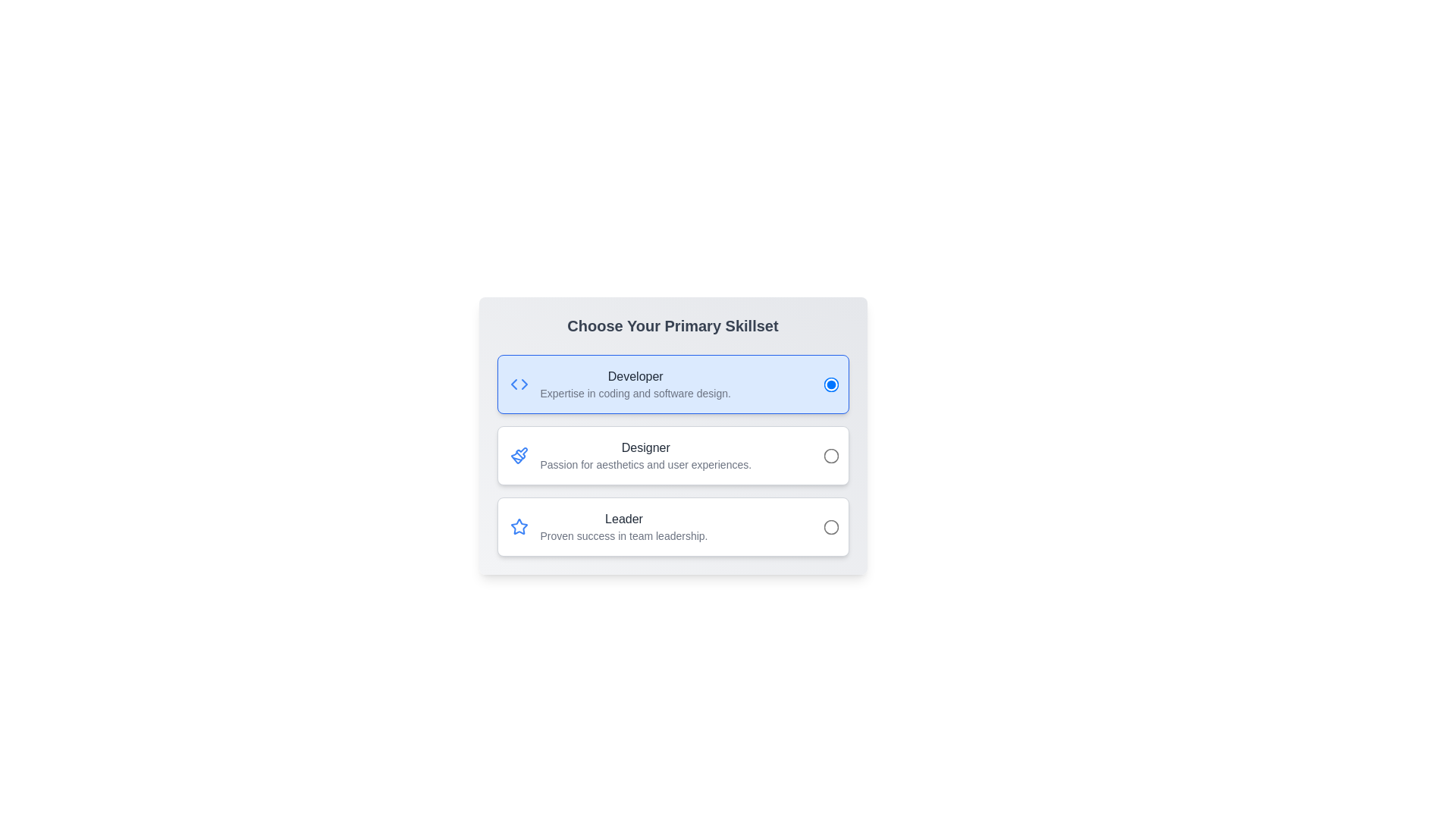  Describe the element at coordinates (635, 393) in the screenshot. I see `the static text label providing a detailed description of the skill 'Developer', located beneath the 'Developer' text within the 'Choose Your Primary Skillset' card` at that location.